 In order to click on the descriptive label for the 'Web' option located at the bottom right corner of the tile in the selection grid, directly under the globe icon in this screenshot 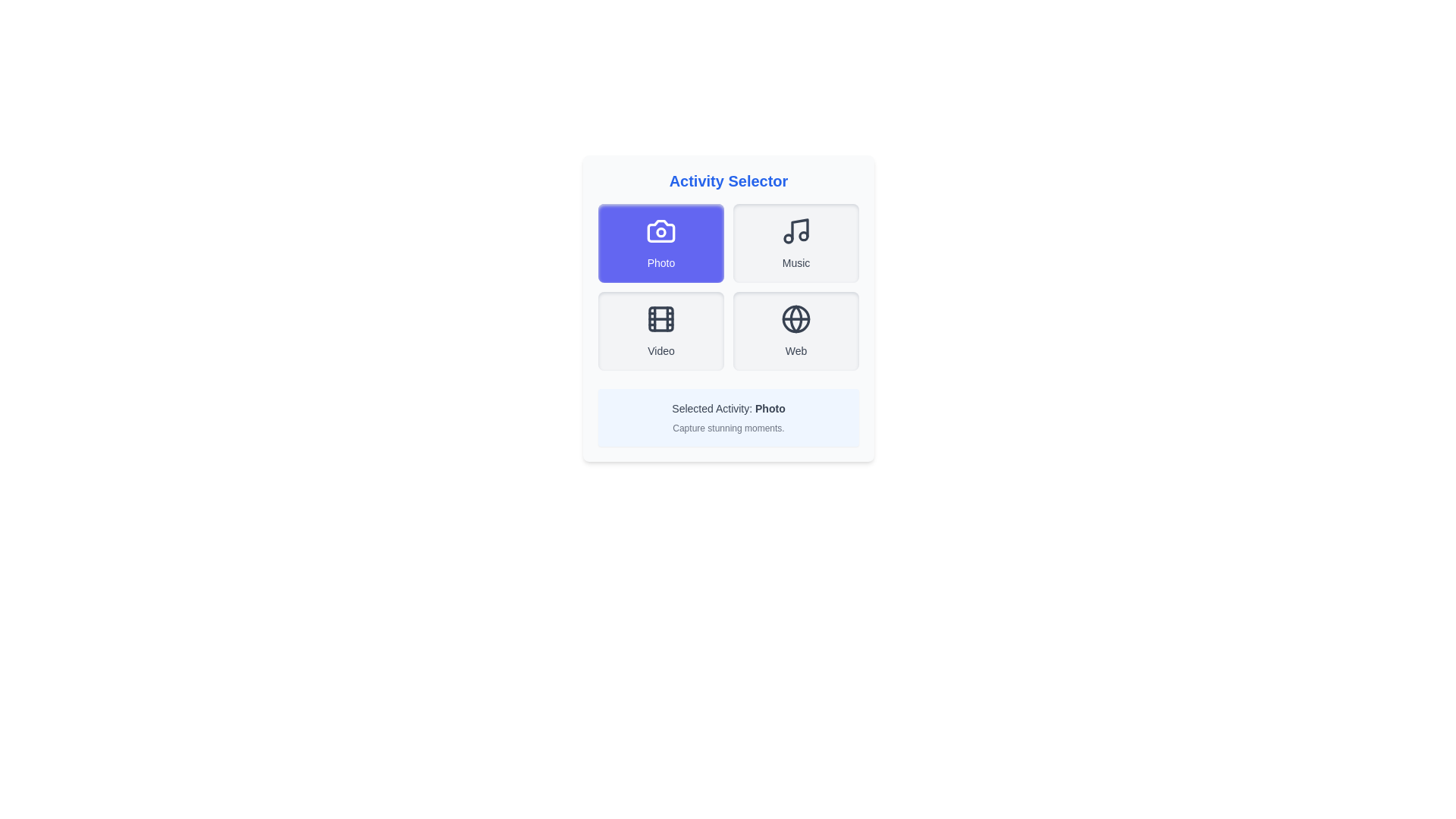, I will do `click(795, 350)`.